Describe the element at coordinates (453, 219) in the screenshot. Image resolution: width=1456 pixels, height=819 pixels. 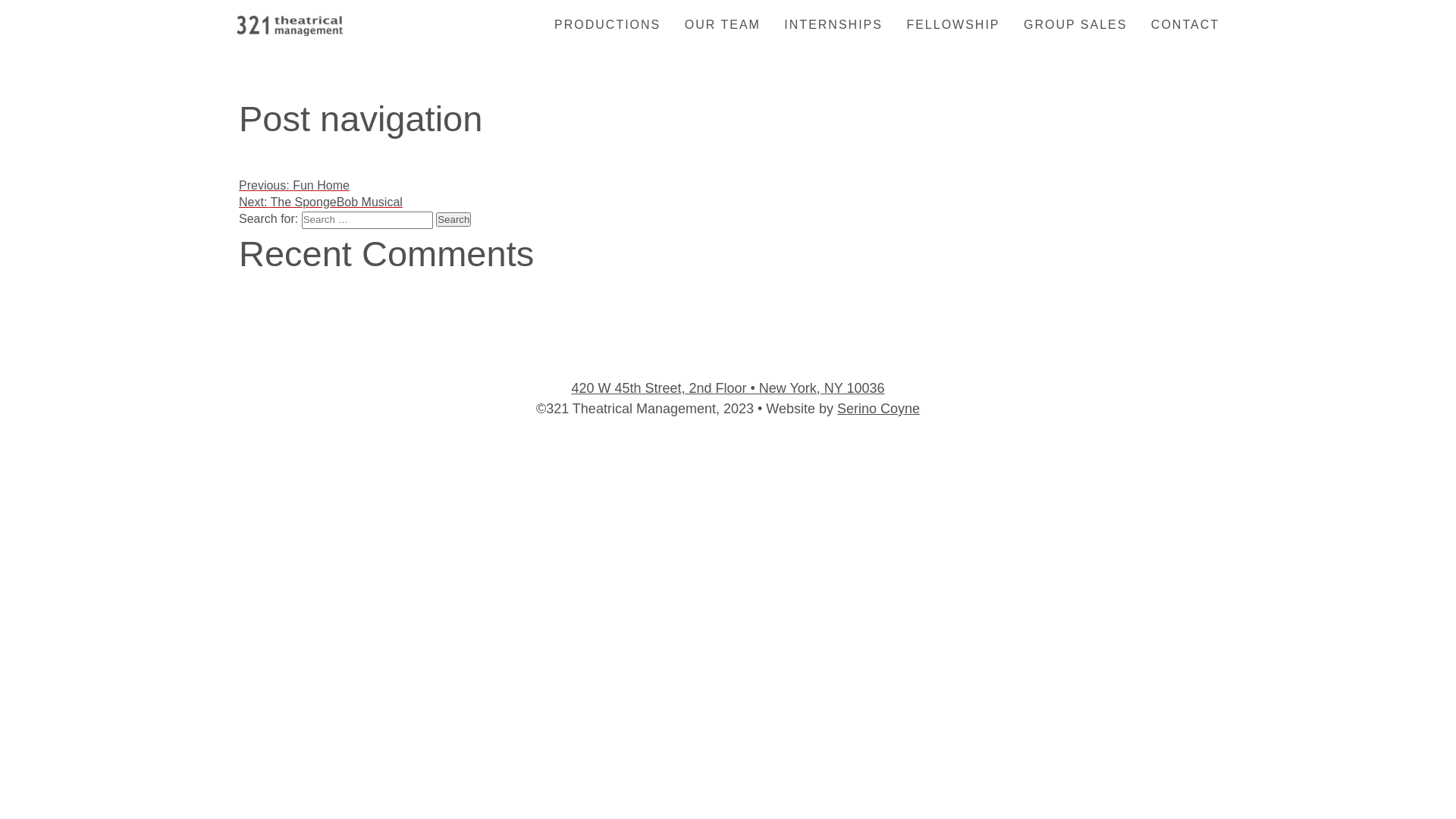
I see `'Search'` at that location.